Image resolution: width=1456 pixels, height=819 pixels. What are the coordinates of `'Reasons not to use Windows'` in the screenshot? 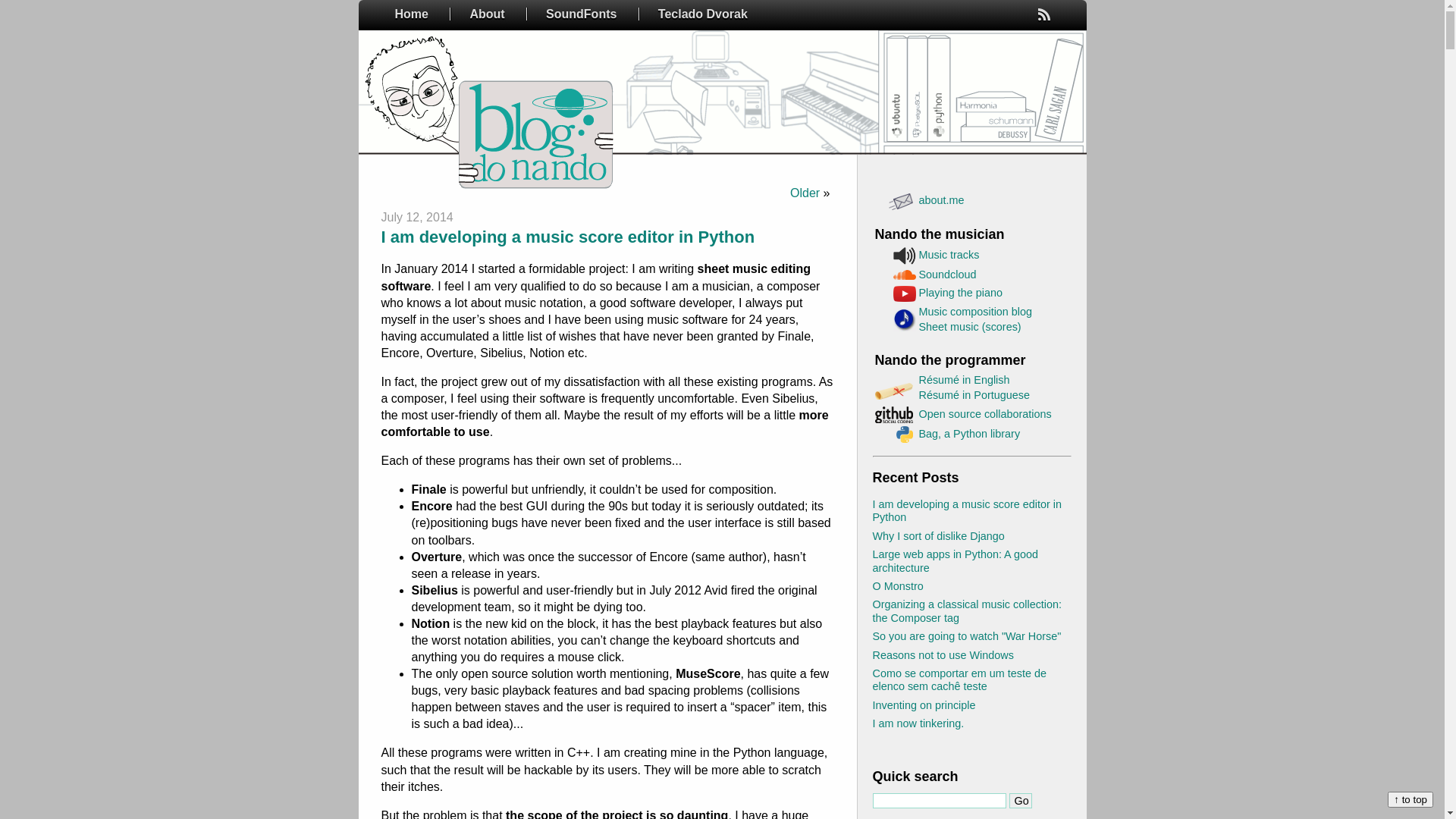 It's located at (942, 654).